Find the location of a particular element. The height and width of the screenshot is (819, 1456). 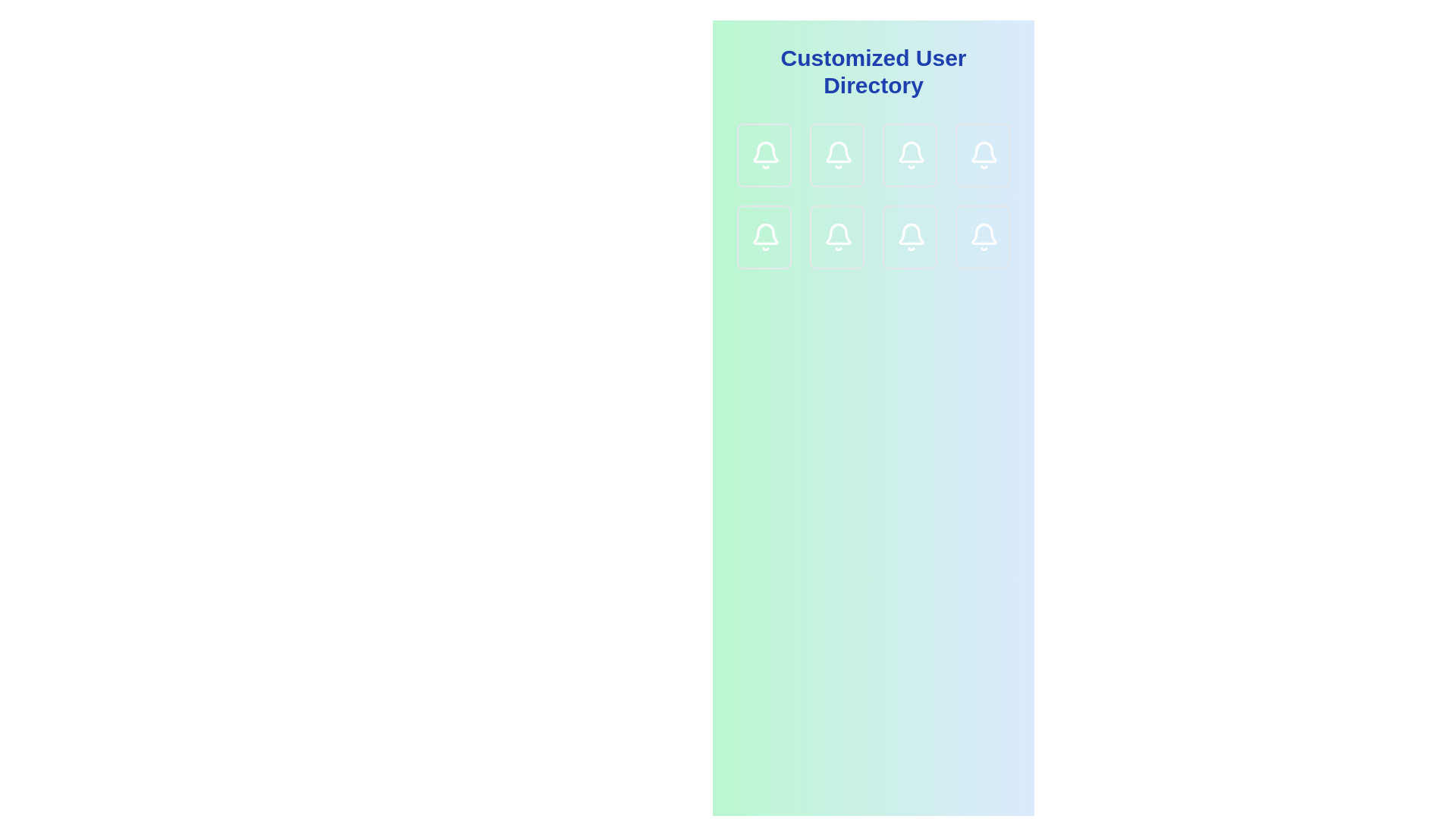

the second bell icon is located at coordinates (910, 237).